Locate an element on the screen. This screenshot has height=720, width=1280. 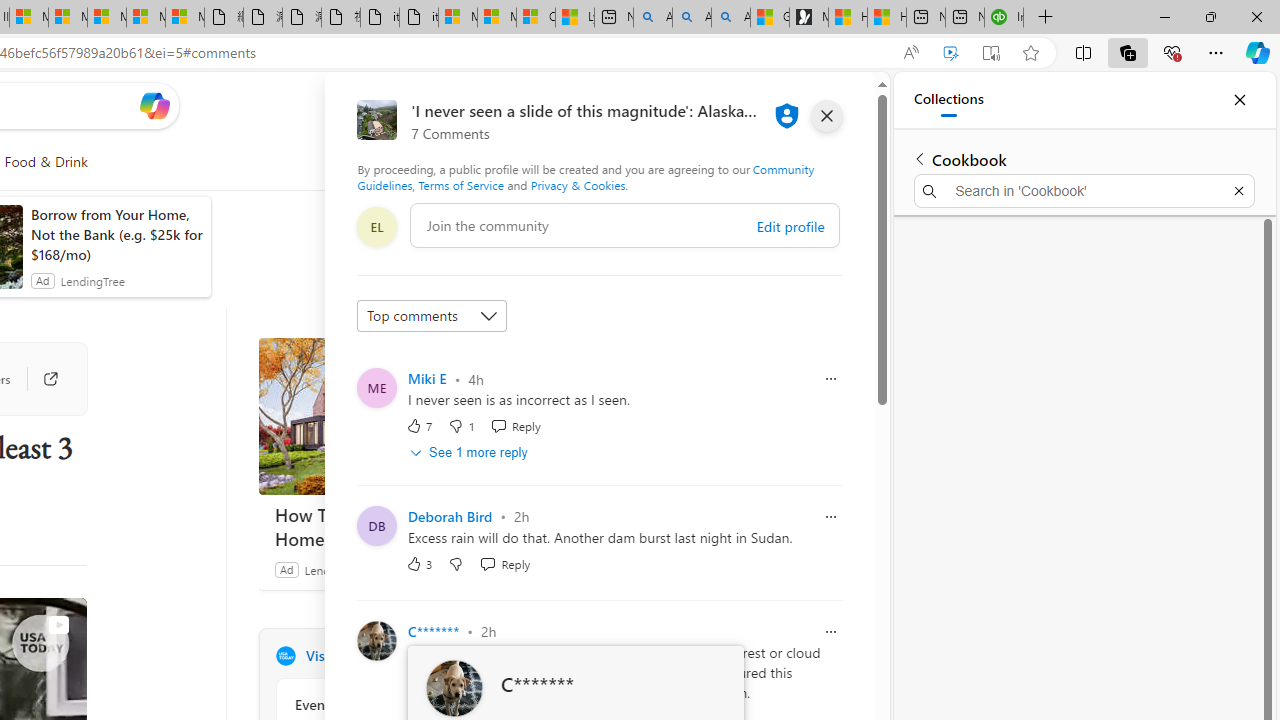
'Terms of Service' is located at coordinates (460, 185).